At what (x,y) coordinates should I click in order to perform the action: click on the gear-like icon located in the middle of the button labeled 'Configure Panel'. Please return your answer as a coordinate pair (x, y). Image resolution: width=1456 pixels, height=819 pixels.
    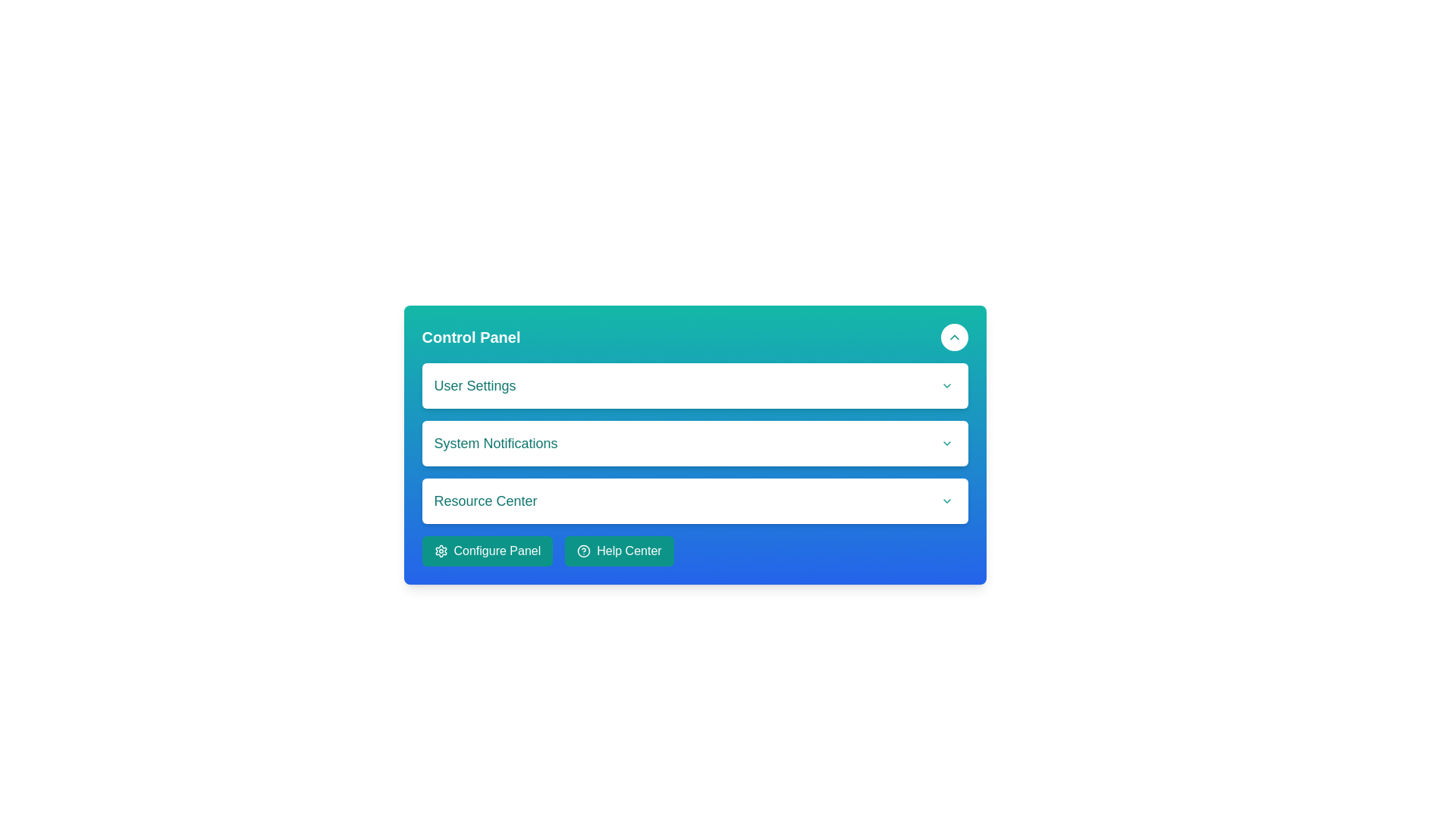
    Looking at the image, I should click on (440, 551).